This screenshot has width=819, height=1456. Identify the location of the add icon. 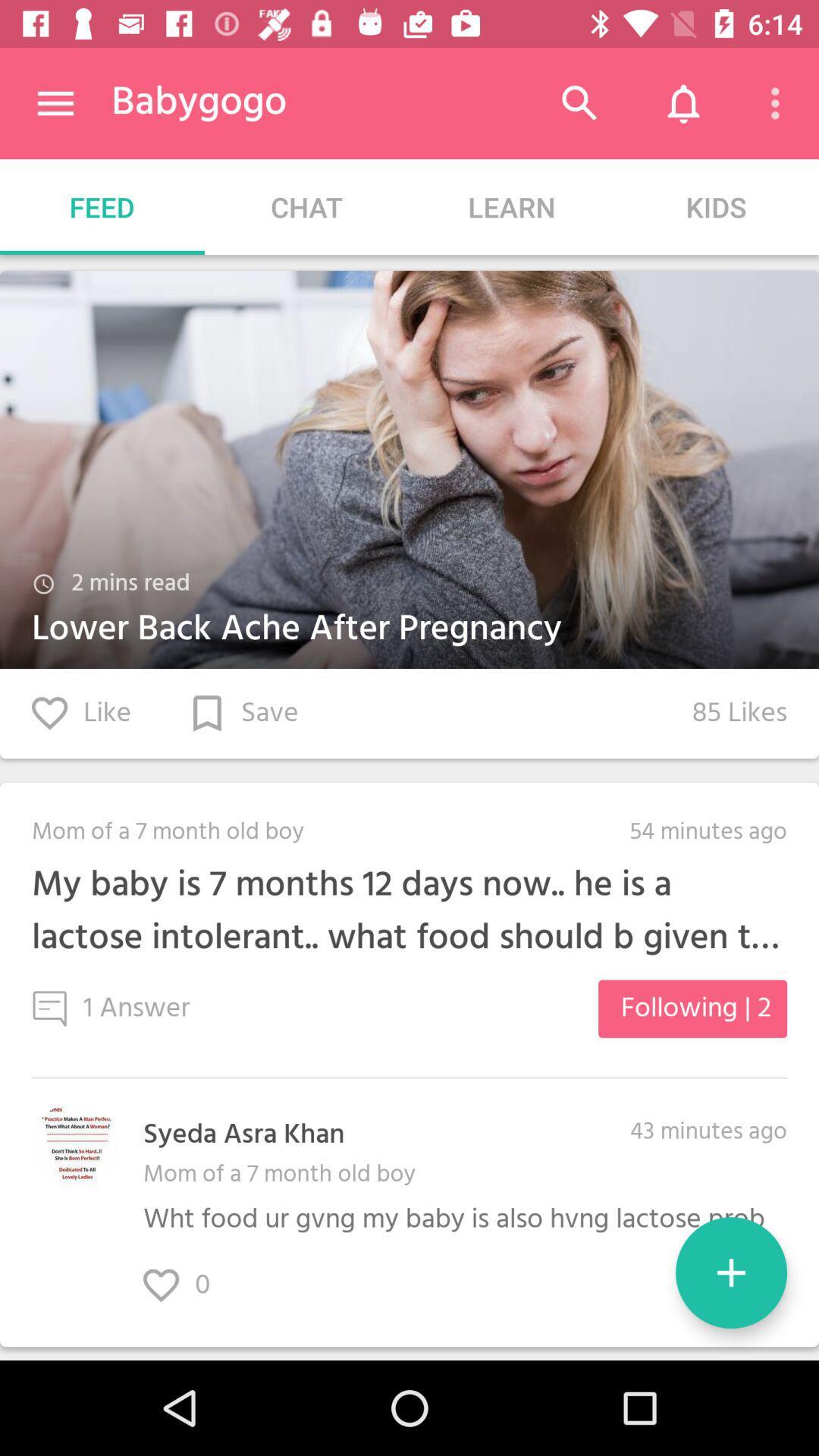
(730, 1272).